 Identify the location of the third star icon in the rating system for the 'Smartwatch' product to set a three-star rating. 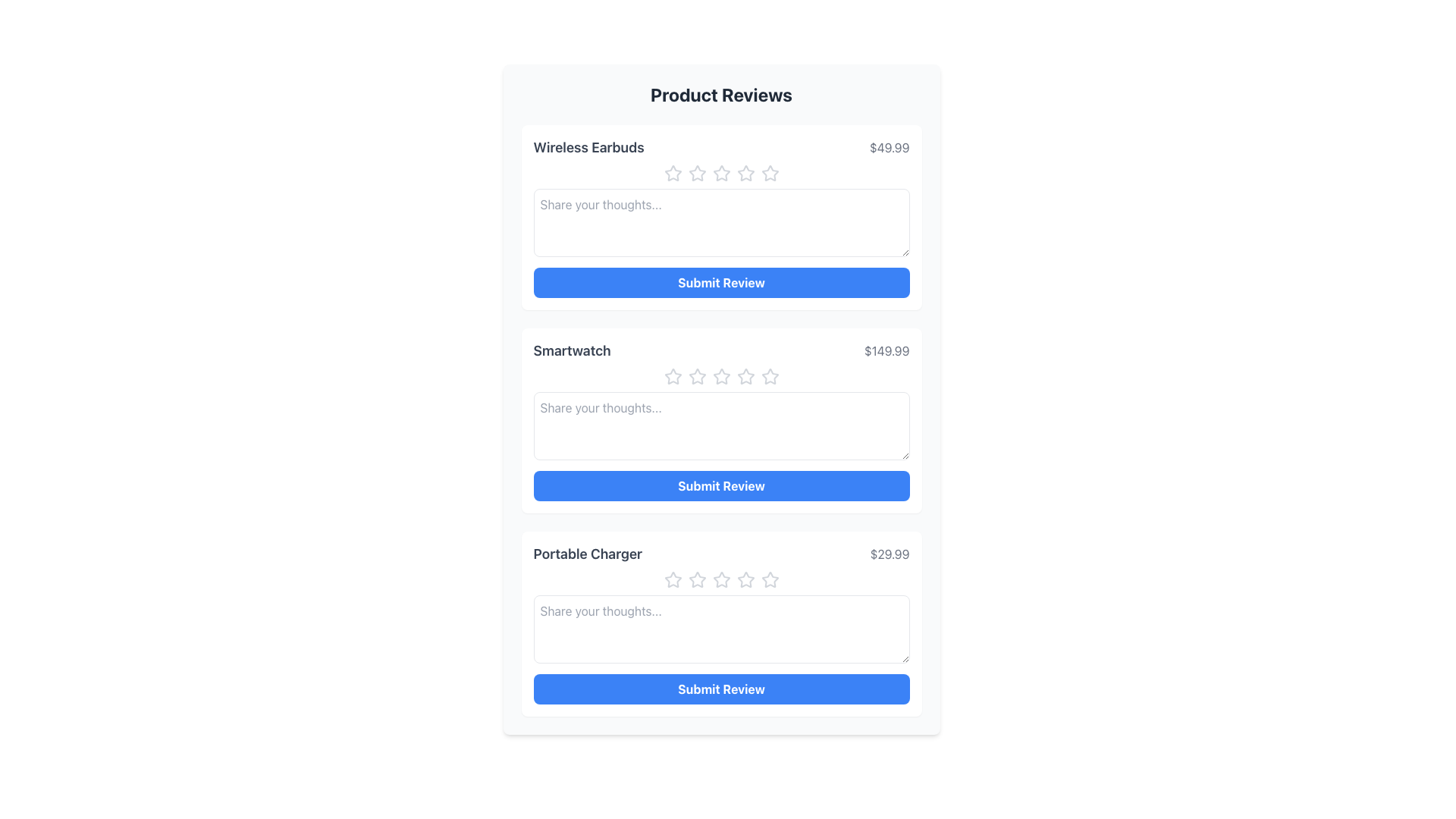
(720, 376).